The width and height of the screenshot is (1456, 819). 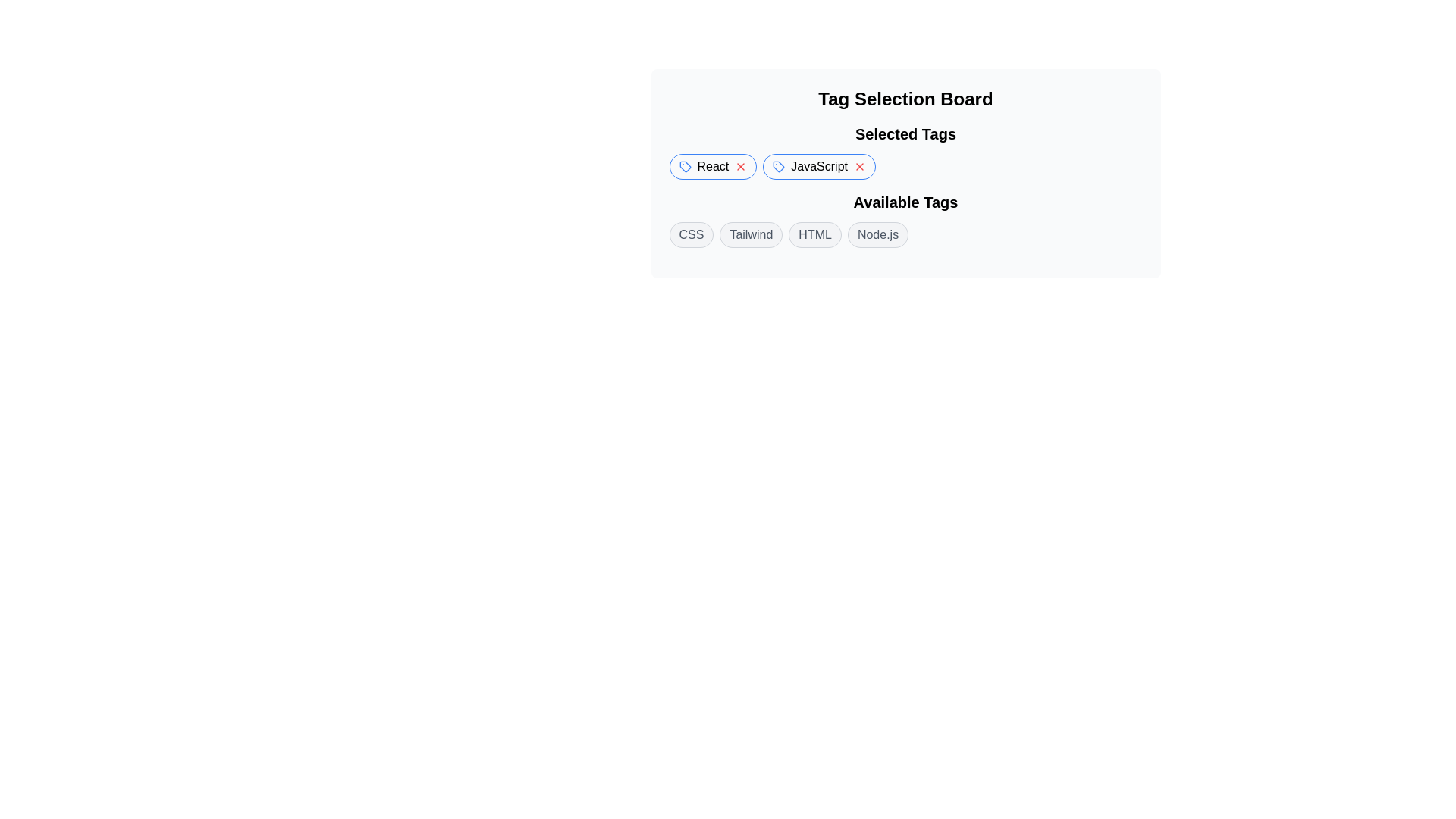 I want to click on the SVG icon representing the 'React' tag, which is the leftmost component of the 'React' tag button, so click(x=684, y=166).